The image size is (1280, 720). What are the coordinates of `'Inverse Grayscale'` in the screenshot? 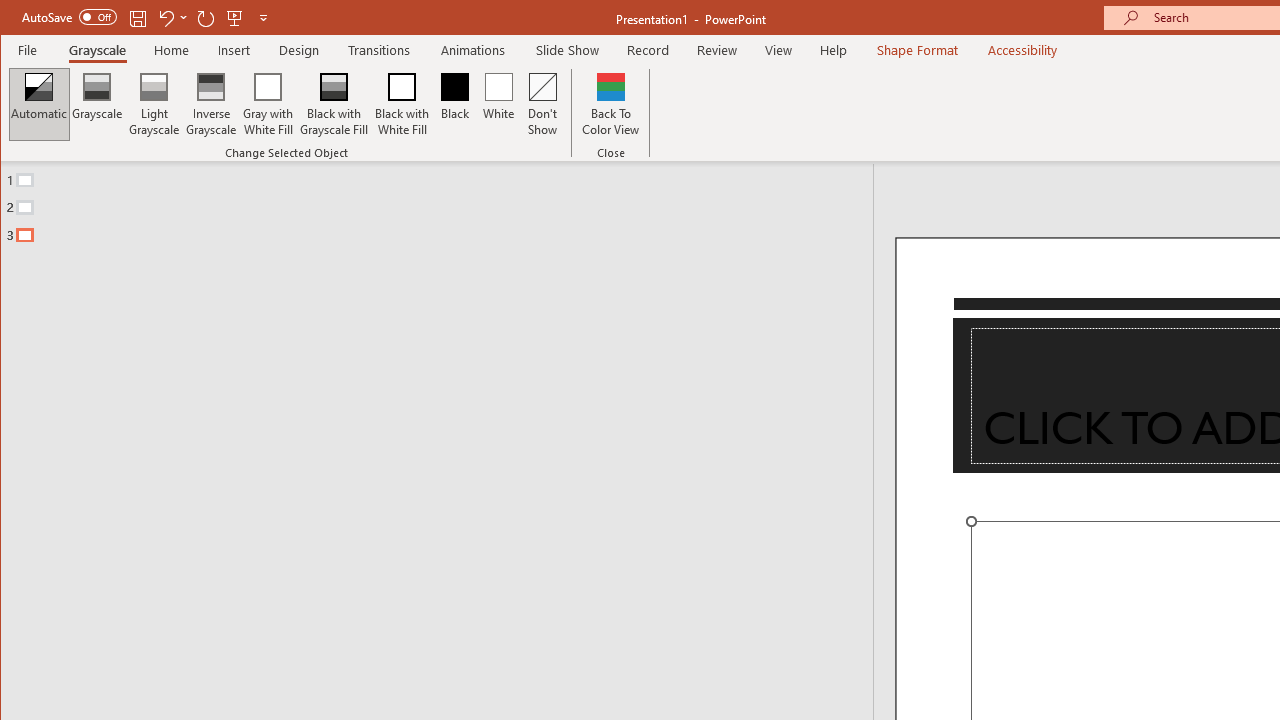 It's located at (211, 104).